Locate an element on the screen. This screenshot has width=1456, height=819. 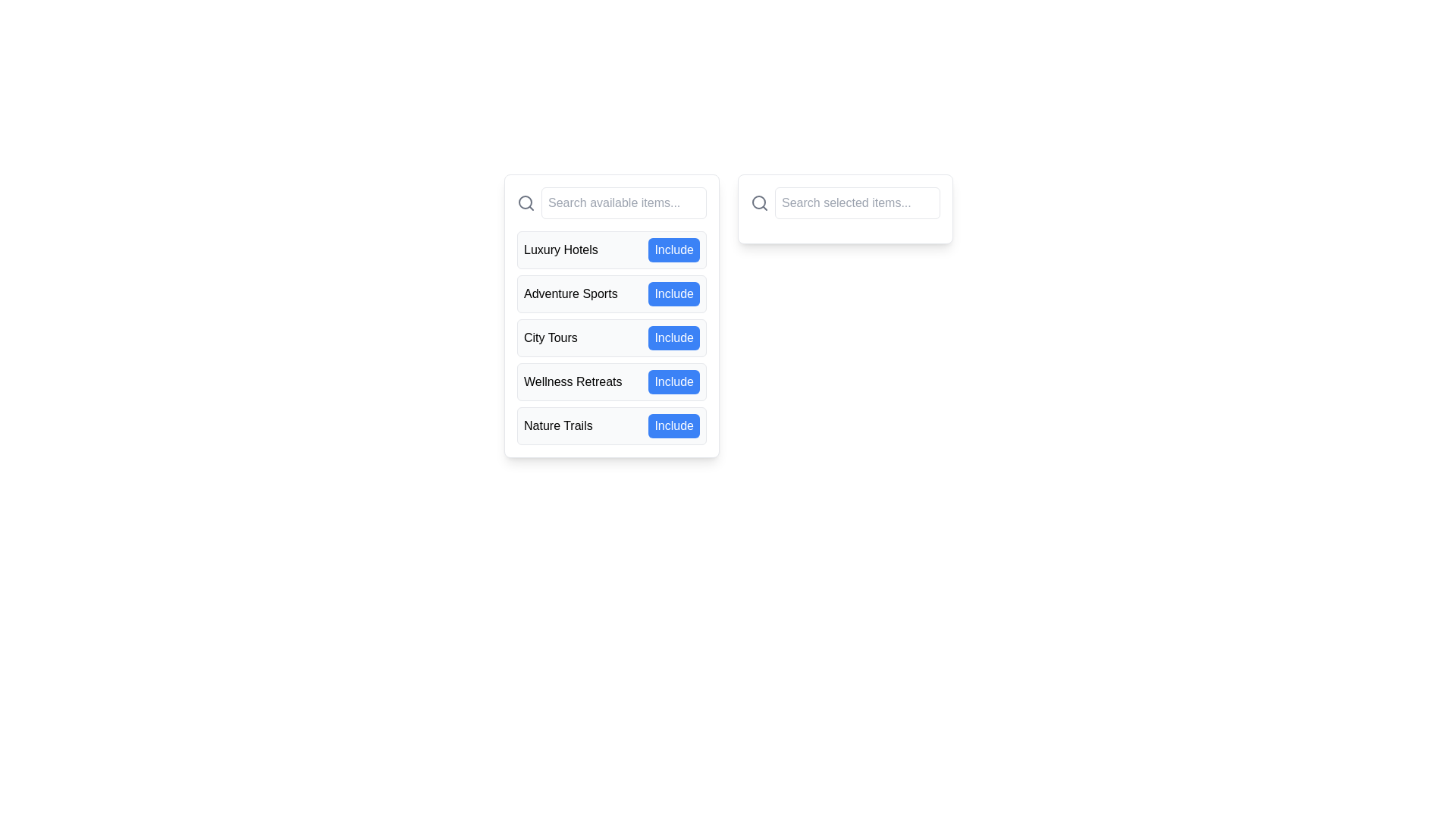
inside the search bar located in the top-right quadrant of the interface to input a search query is located at coordinates (844, 209).